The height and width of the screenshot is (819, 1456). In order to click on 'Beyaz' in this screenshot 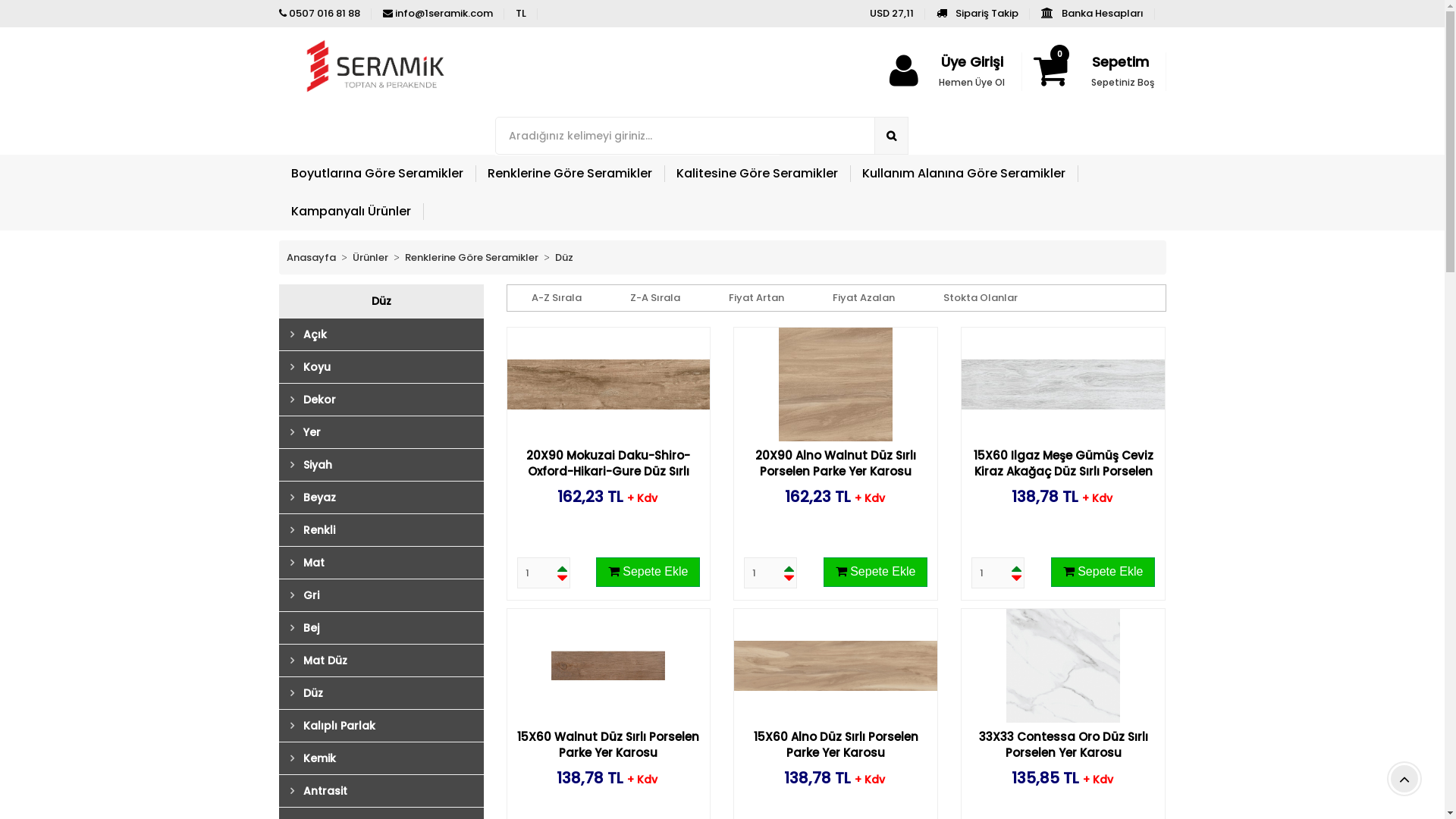, I will do `click(303, 497)`.